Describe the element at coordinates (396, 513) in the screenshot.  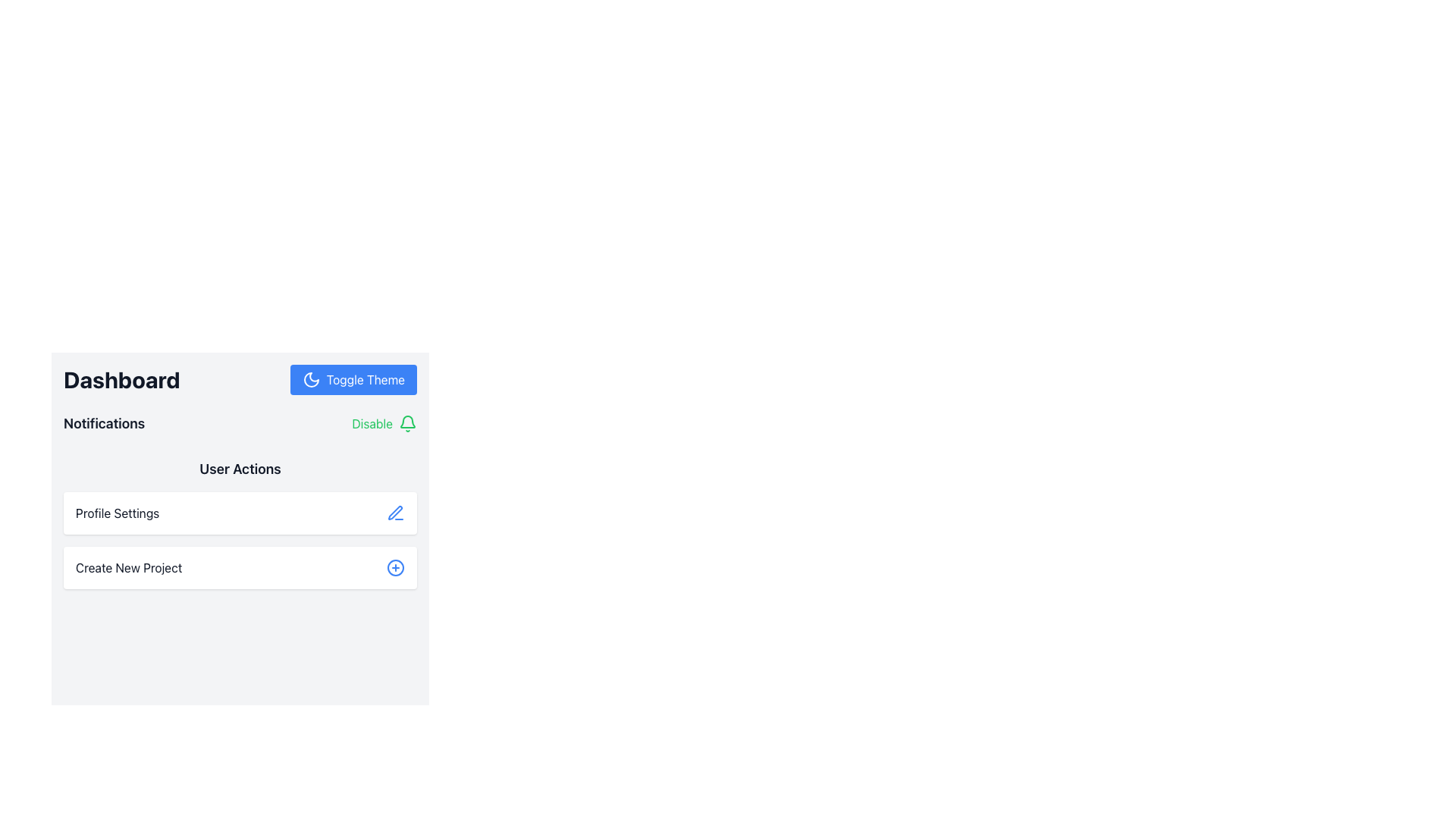
I see `the blue pen icon button located to the right of the 'Profile Settings' text in the 'User Actions' section of the Dashboard` at that location.